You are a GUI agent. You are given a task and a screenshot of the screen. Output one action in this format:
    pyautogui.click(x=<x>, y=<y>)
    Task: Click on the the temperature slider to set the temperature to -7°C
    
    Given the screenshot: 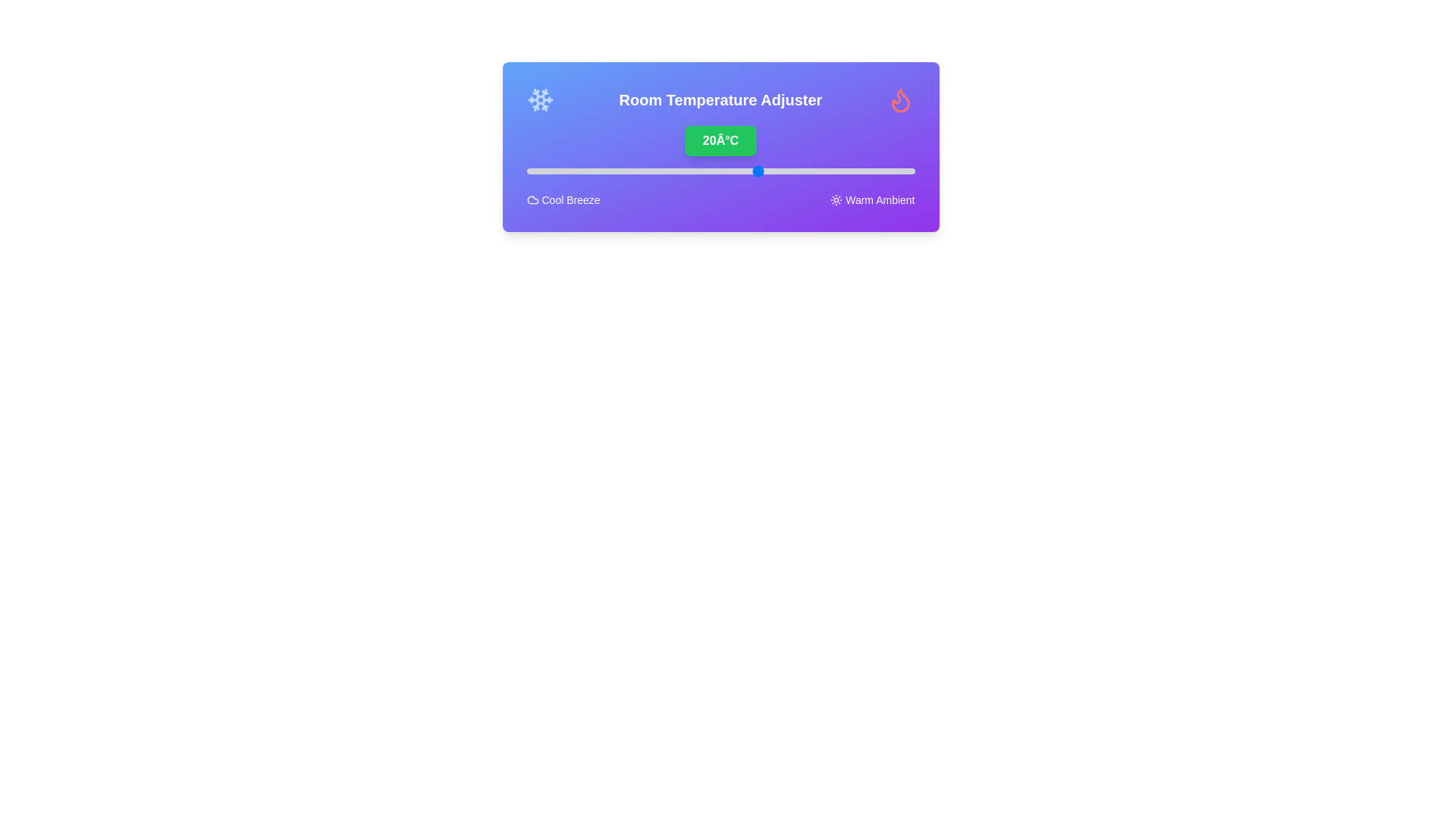 What is the action you would take?
    pyautogui.click(x=549, y=171)
    